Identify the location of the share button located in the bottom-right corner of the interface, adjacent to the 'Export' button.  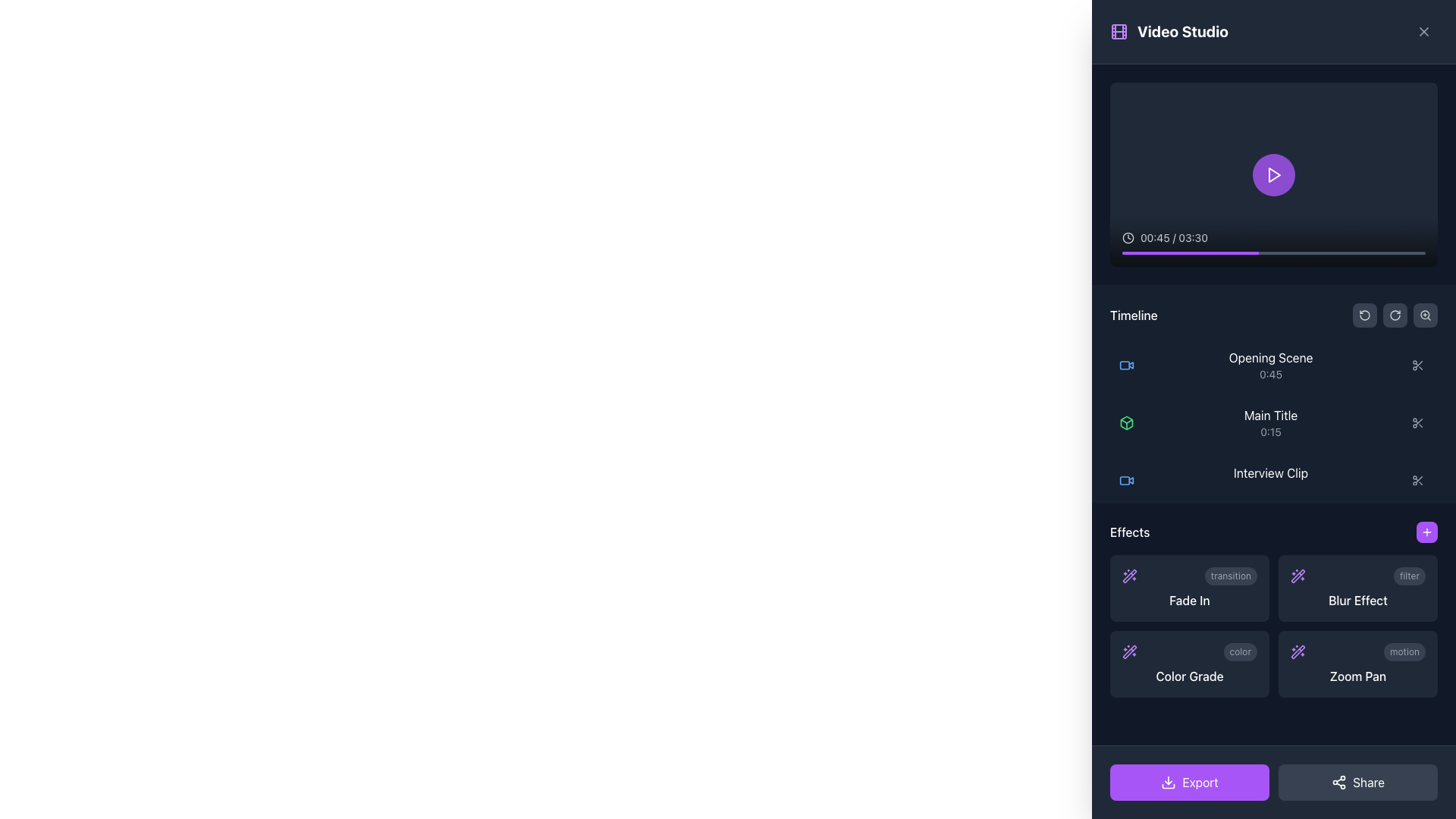
(1357, 783).